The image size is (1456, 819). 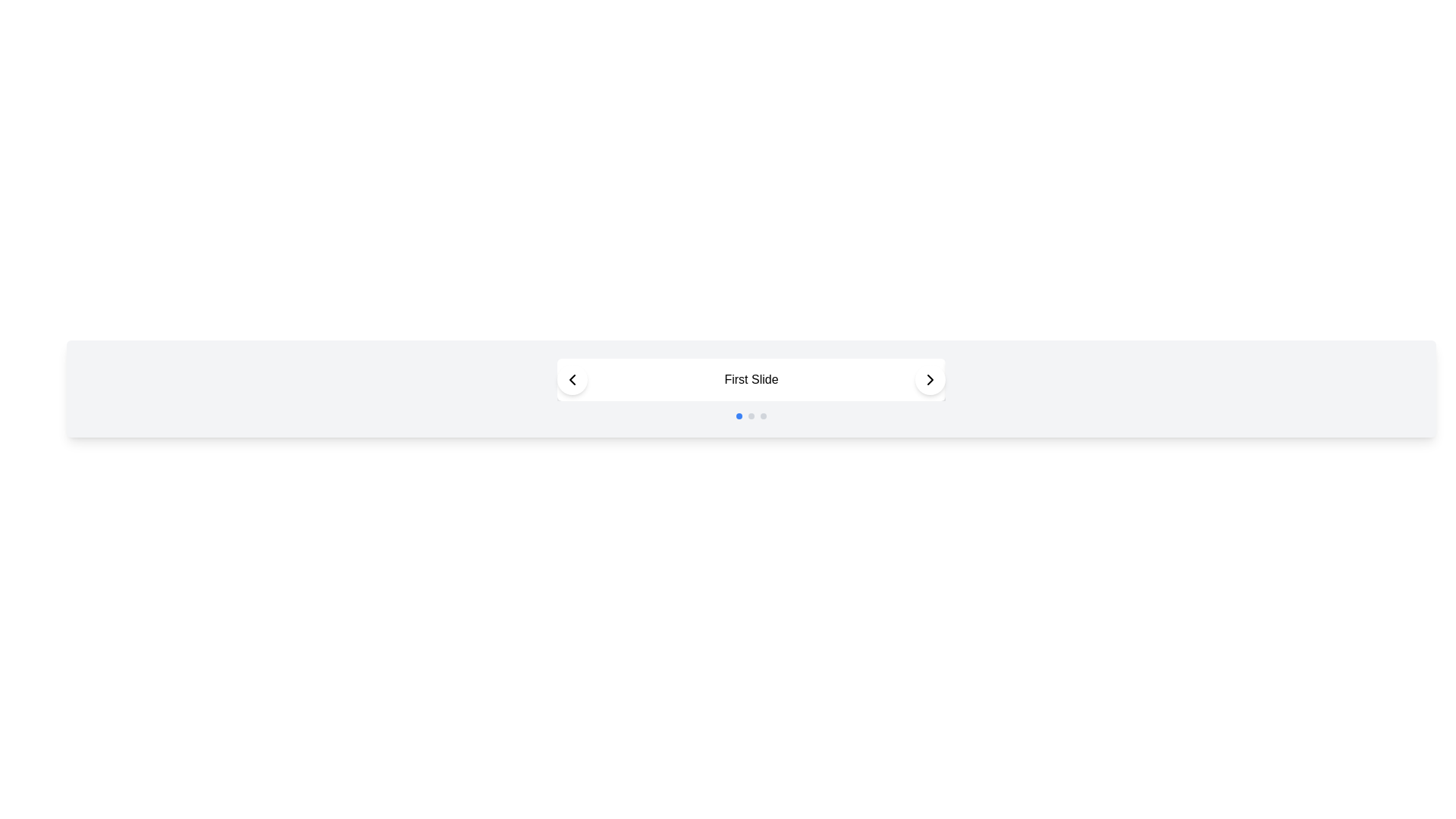 I want to click on the Chevron Right icon, which serves as an indicator for moving to the next slide, located, so click(x=930, y=379).